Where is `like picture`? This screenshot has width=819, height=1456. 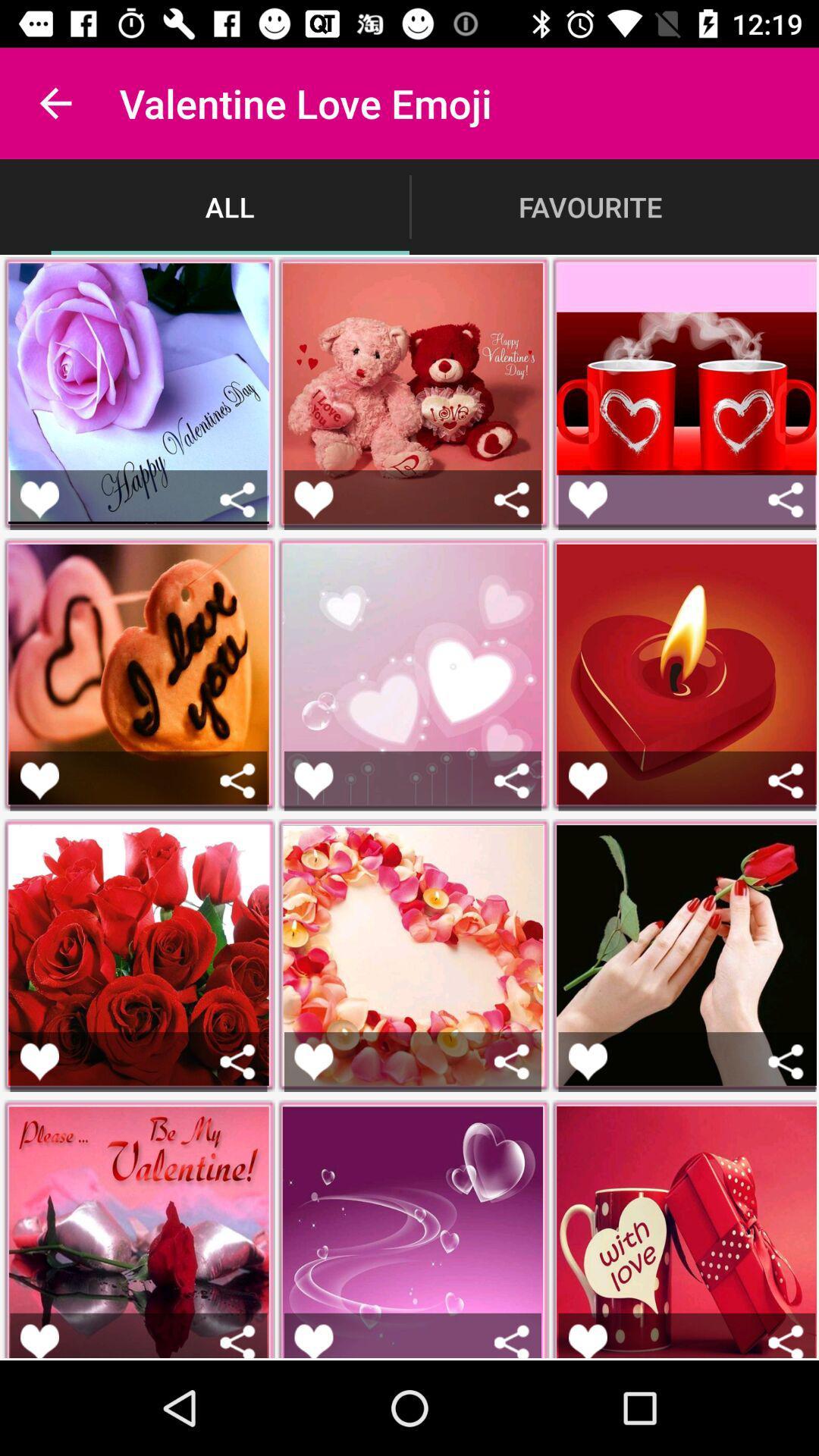
like picture is located at coordinates (39, 1341).